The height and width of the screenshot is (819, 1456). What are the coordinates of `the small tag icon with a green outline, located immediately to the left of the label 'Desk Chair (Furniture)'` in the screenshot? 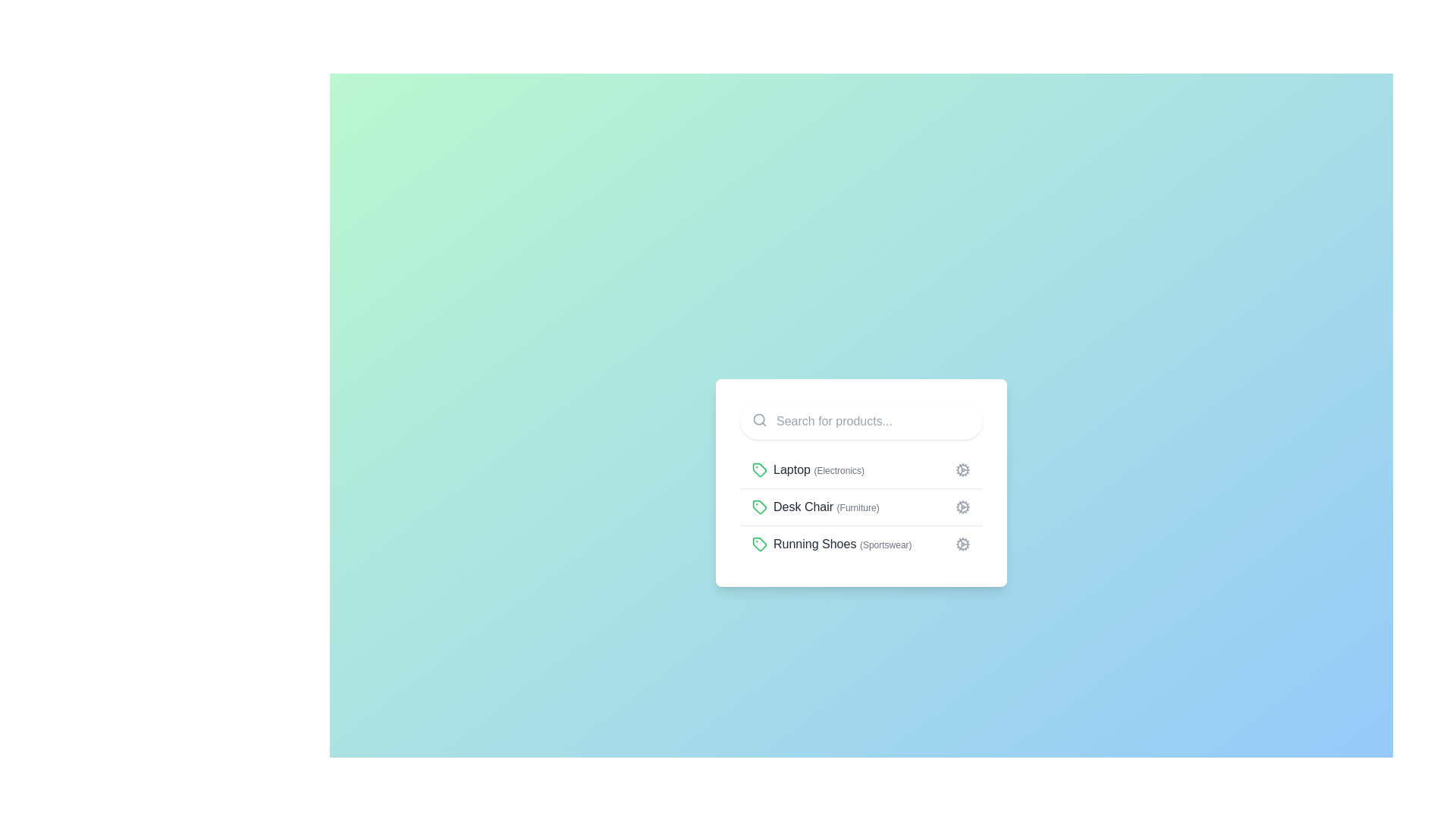 It's located at (760, 507).